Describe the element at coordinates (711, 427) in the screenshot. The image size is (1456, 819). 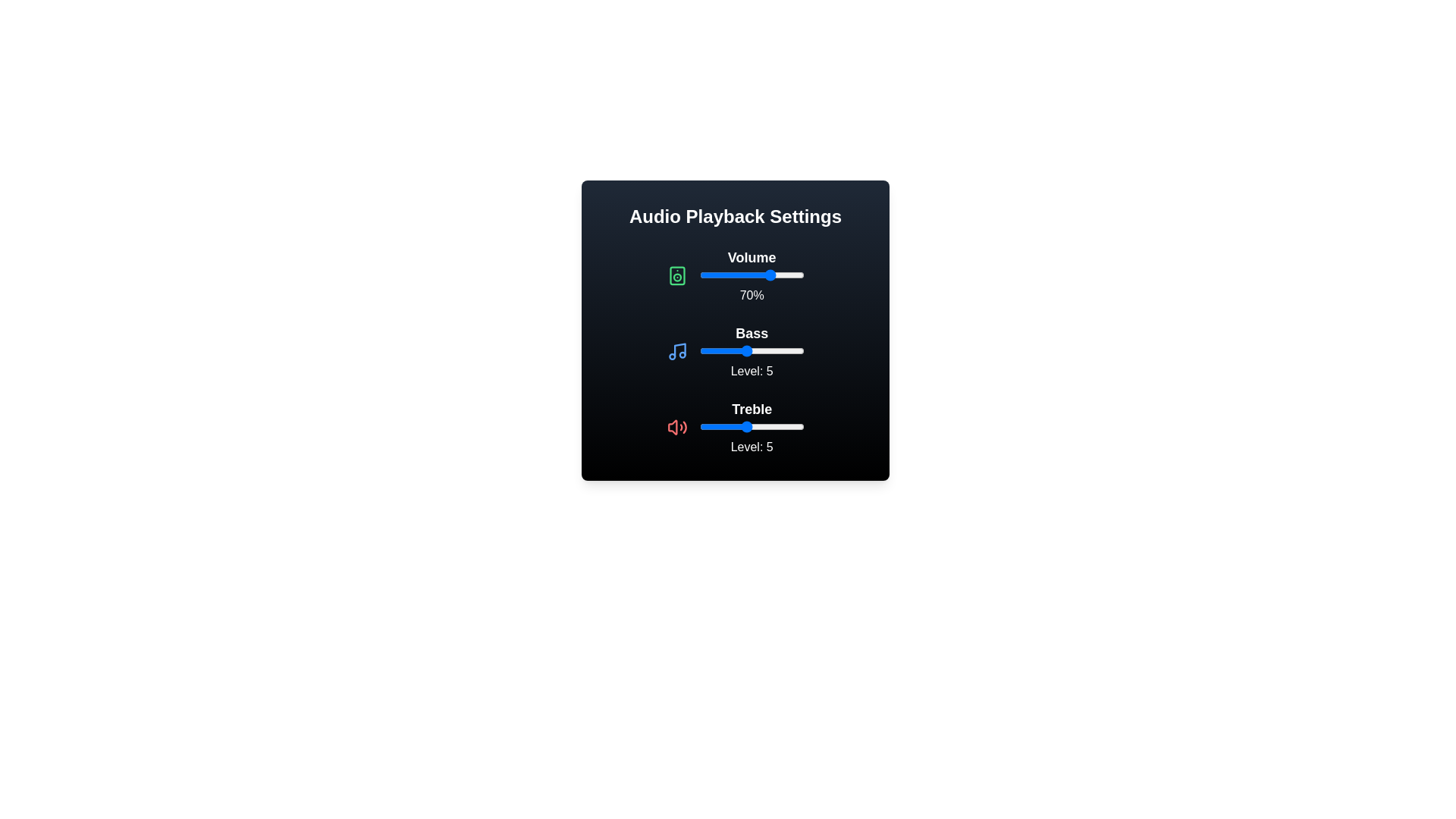
I see `the treble level` at that location.